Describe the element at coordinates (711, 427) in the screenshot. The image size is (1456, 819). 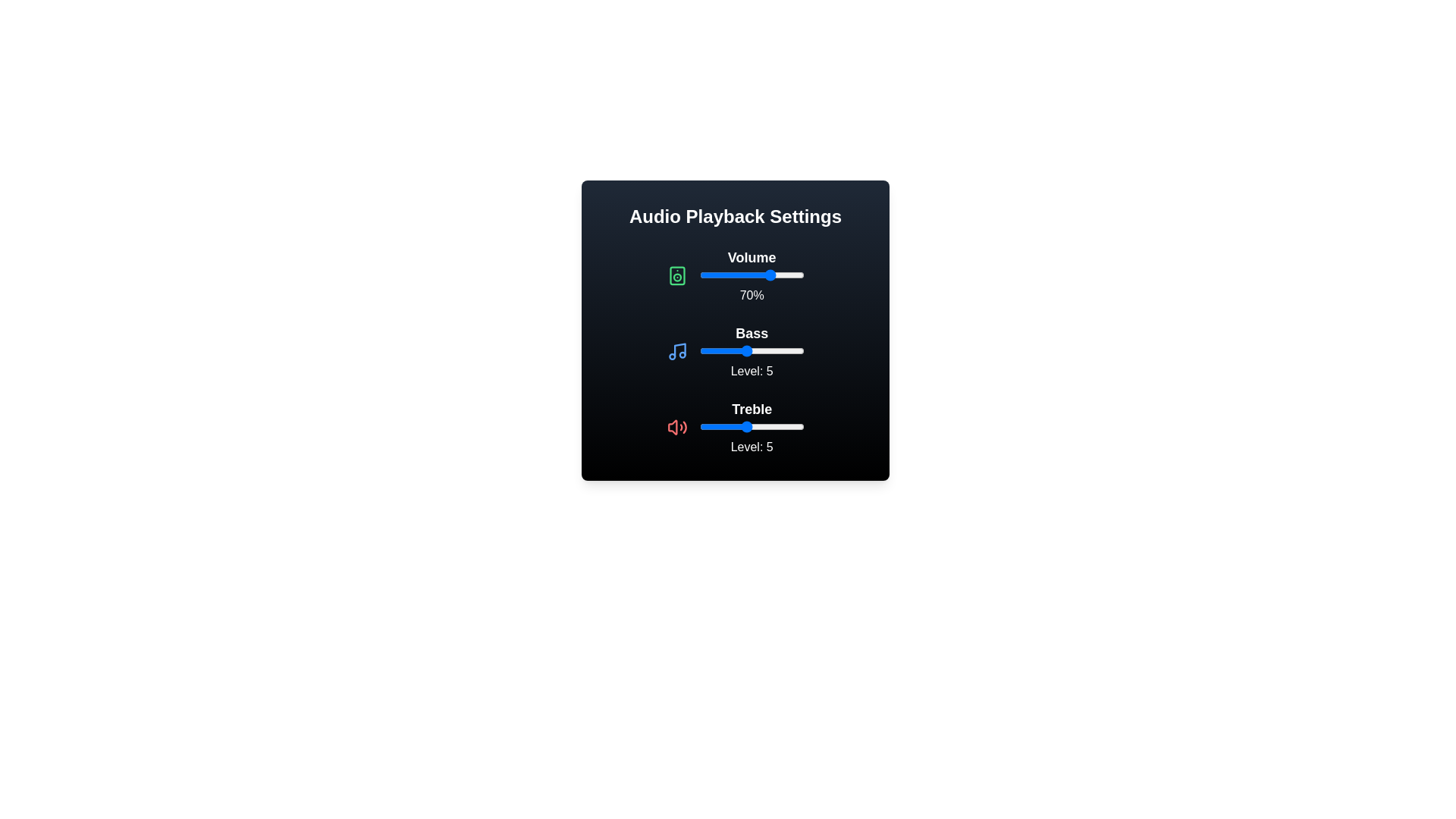
I see `the treble level` at that location.